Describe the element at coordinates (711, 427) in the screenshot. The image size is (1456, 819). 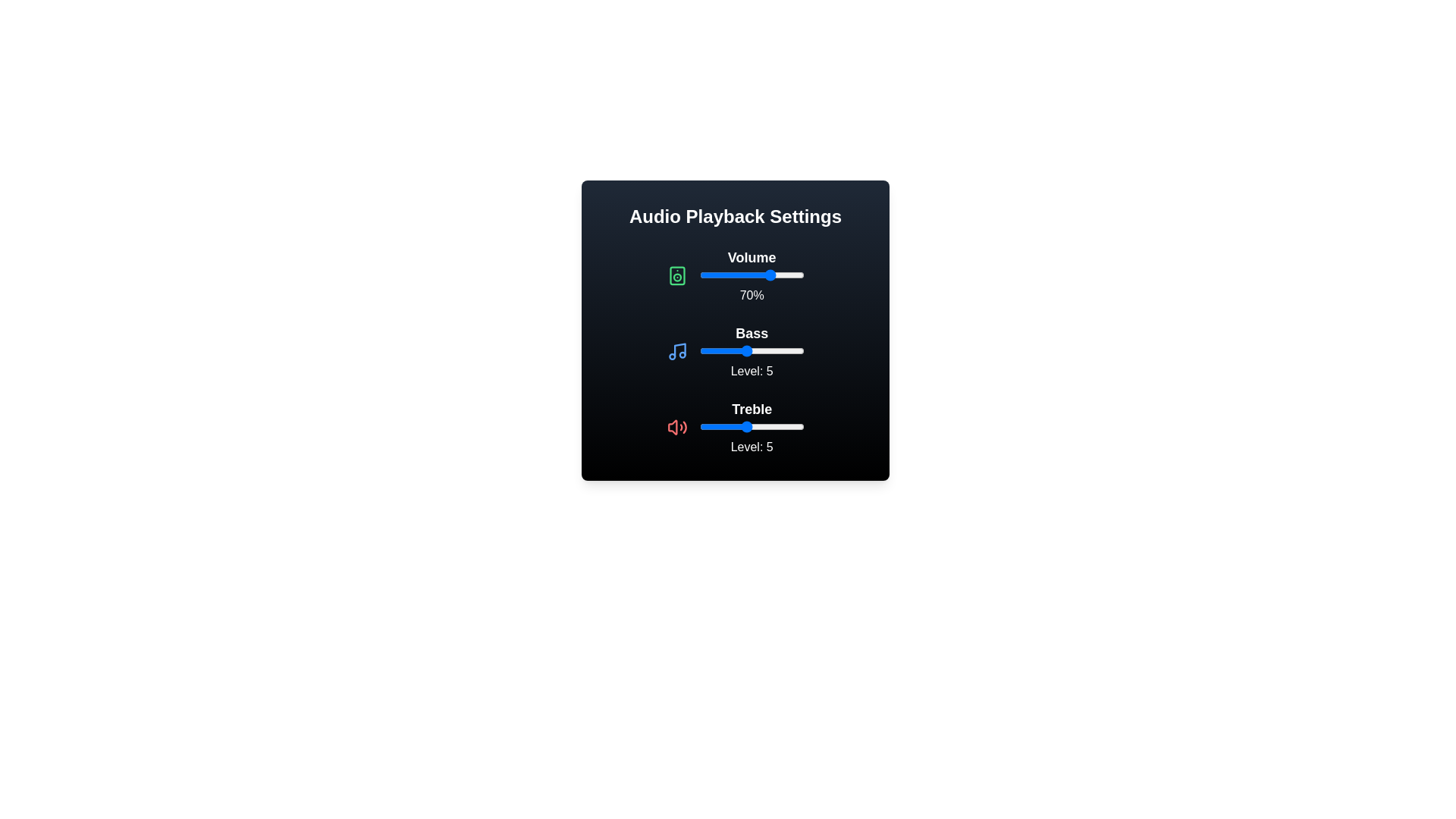
I see `the treble level` at that location.